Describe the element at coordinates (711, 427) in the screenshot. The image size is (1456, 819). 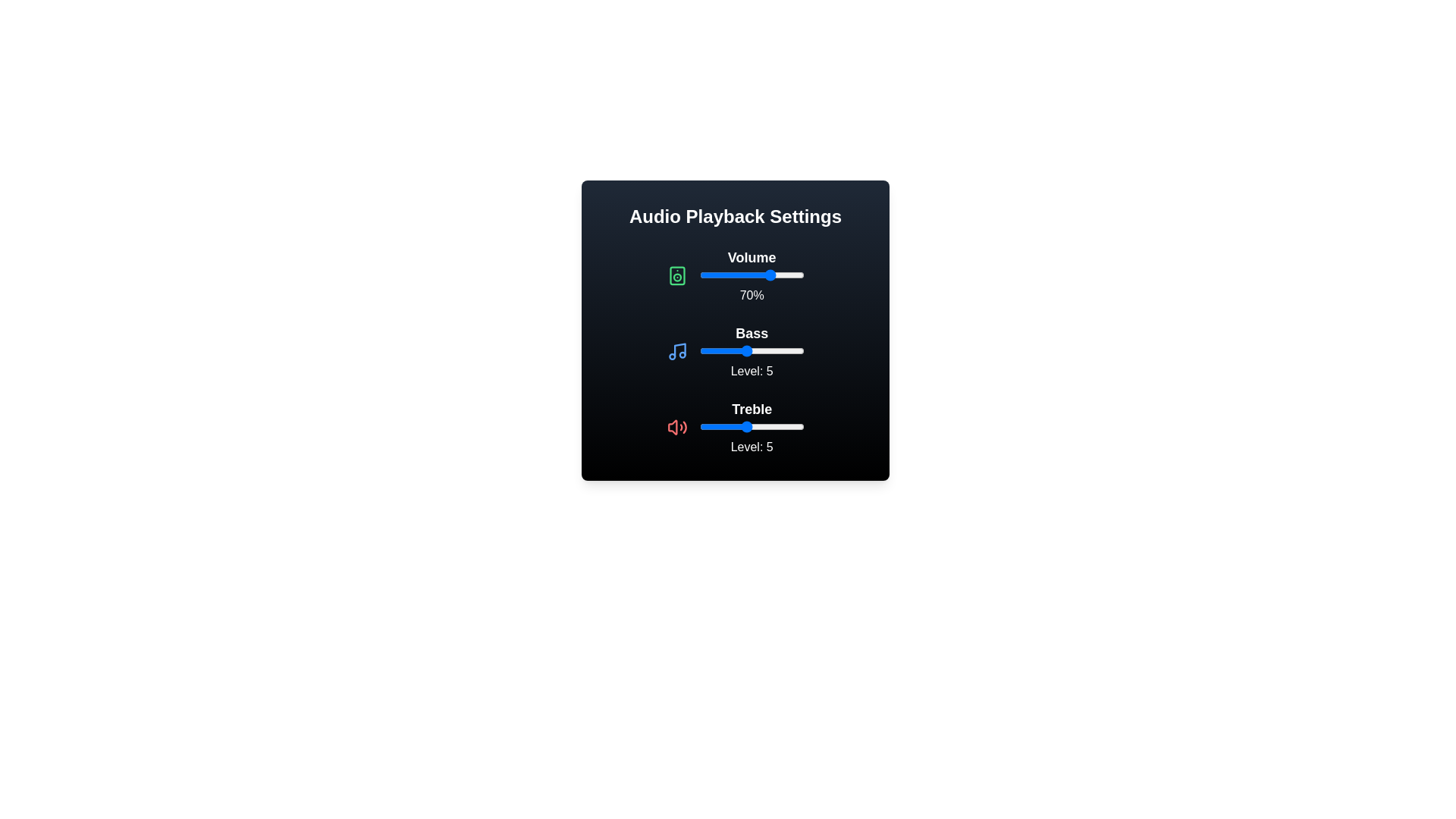
I see `the treble level` at that location.